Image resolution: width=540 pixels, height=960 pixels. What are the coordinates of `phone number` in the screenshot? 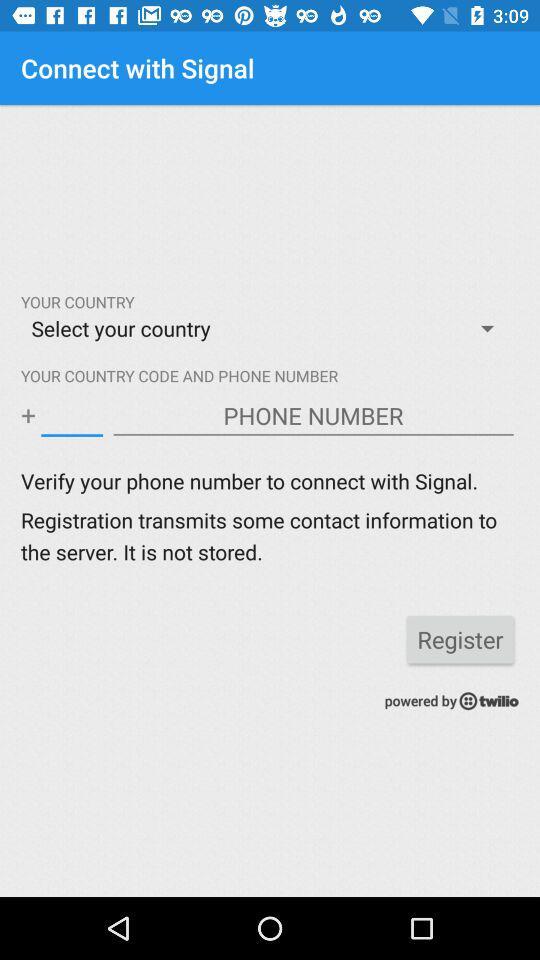 It's located at (313, 415).